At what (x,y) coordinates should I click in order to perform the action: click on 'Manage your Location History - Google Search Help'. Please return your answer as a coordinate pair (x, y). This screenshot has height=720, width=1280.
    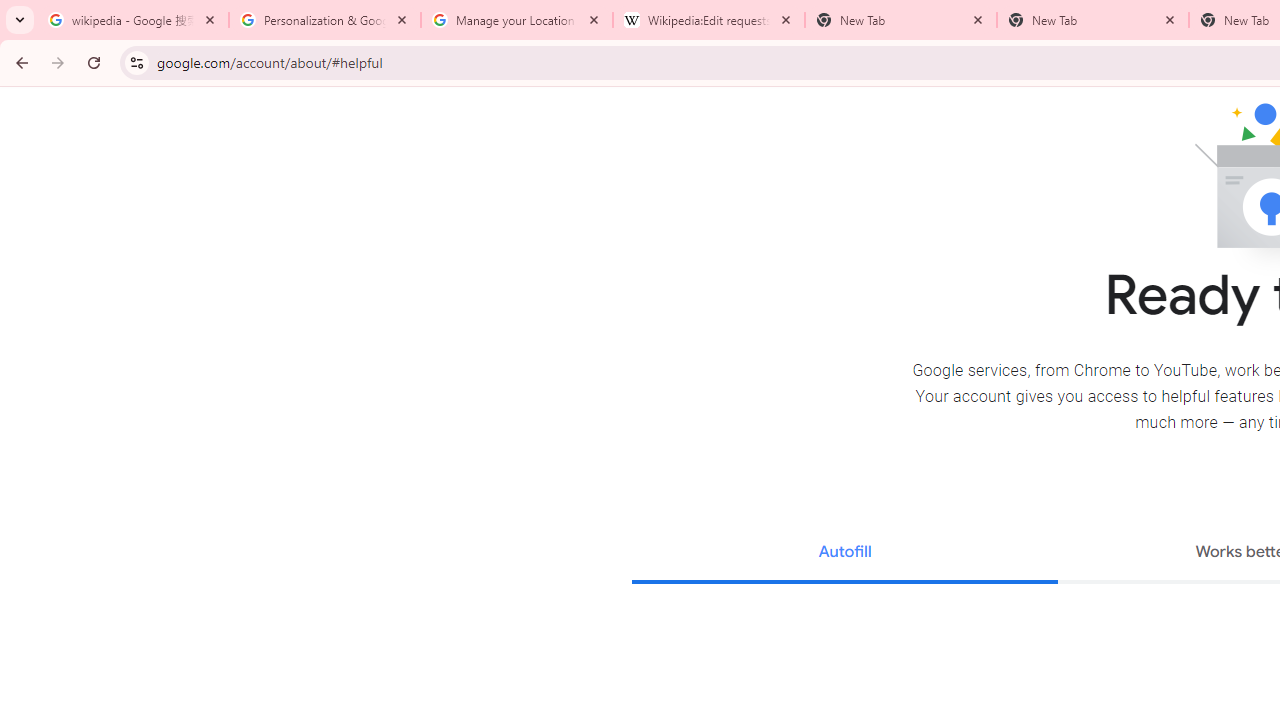
    Looking at the image, I should click on (517, 20).